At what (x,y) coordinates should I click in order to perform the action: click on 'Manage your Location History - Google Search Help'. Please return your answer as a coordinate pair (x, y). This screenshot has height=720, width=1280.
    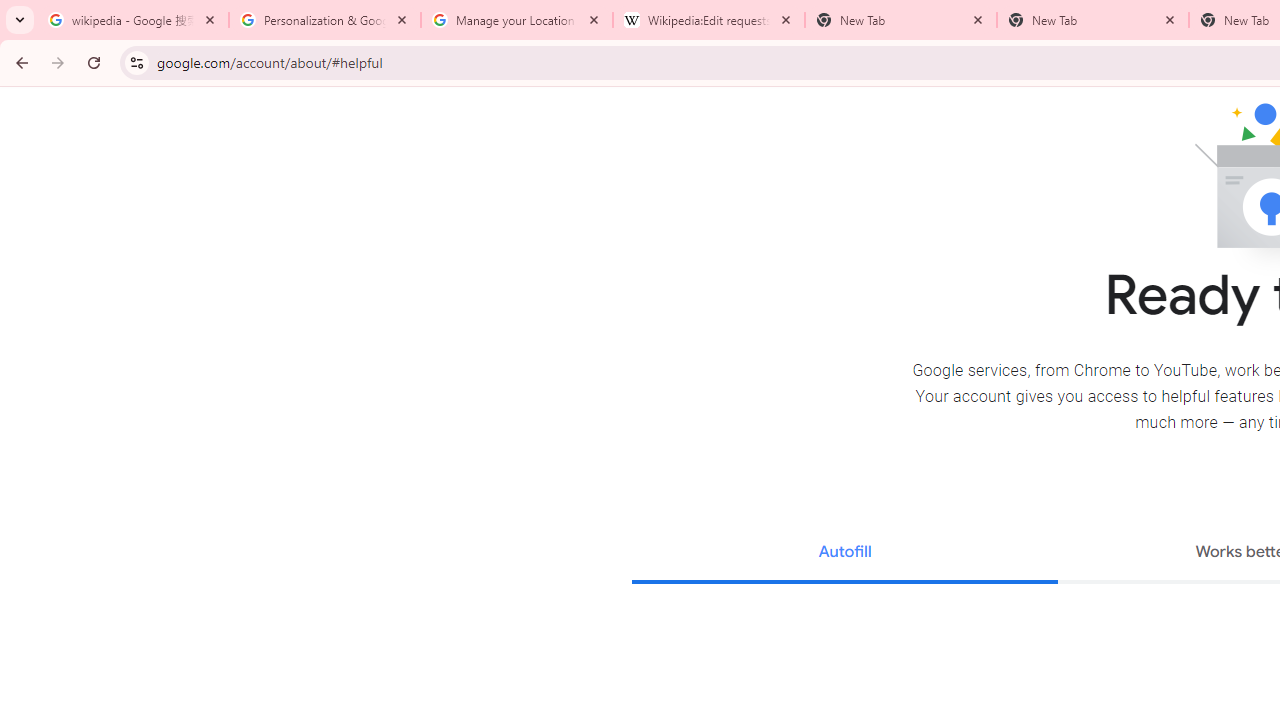
    Looking at the image, I should click on (517, 20).